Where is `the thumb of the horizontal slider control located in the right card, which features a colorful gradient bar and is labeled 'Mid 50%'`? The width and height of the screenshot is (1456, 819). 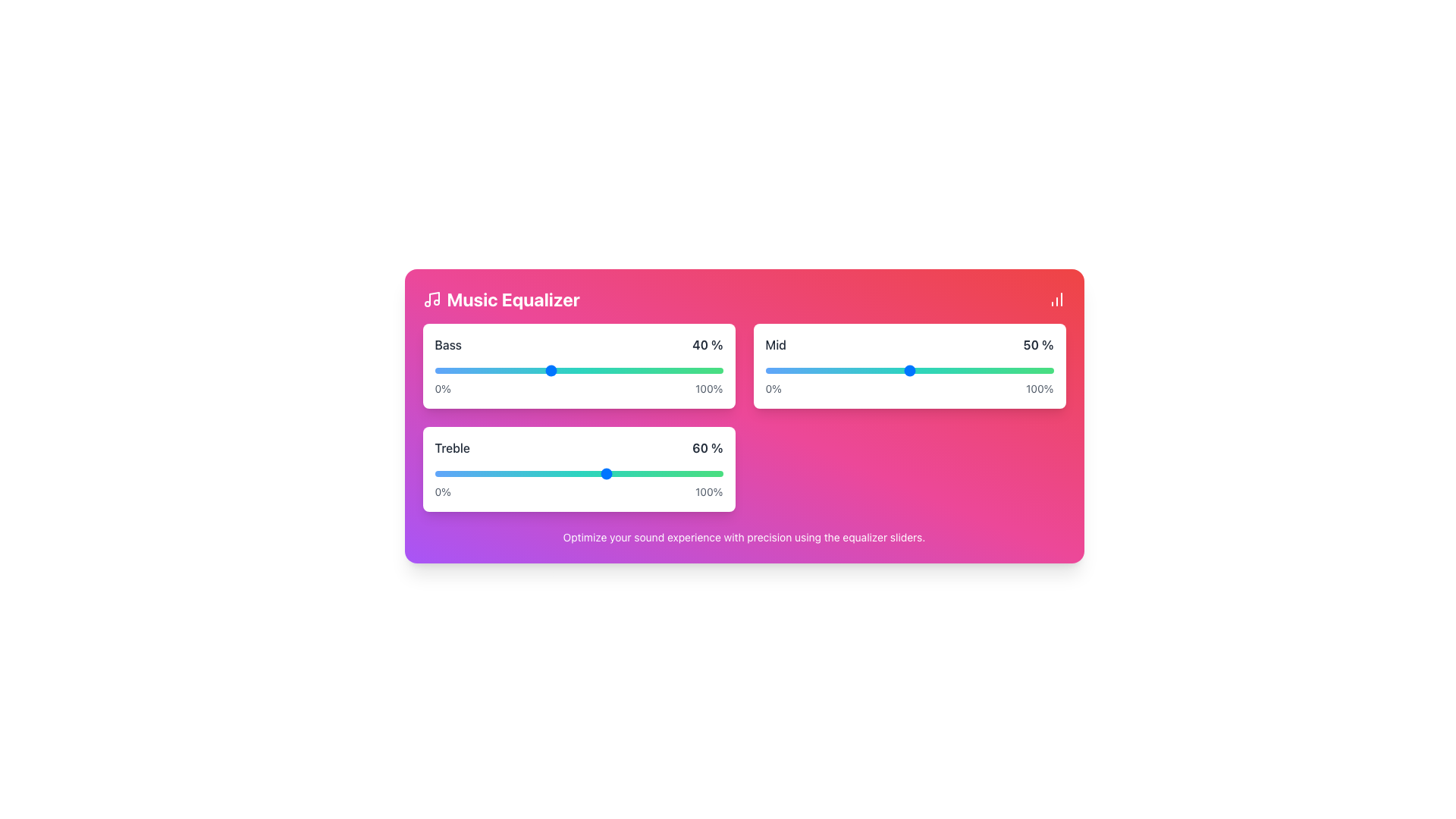
the thumb of the horizontal slider control located in the right card, which features a colorful gradient bar and is labeled 'Mid 50%' is located at coordinates (909, 371).